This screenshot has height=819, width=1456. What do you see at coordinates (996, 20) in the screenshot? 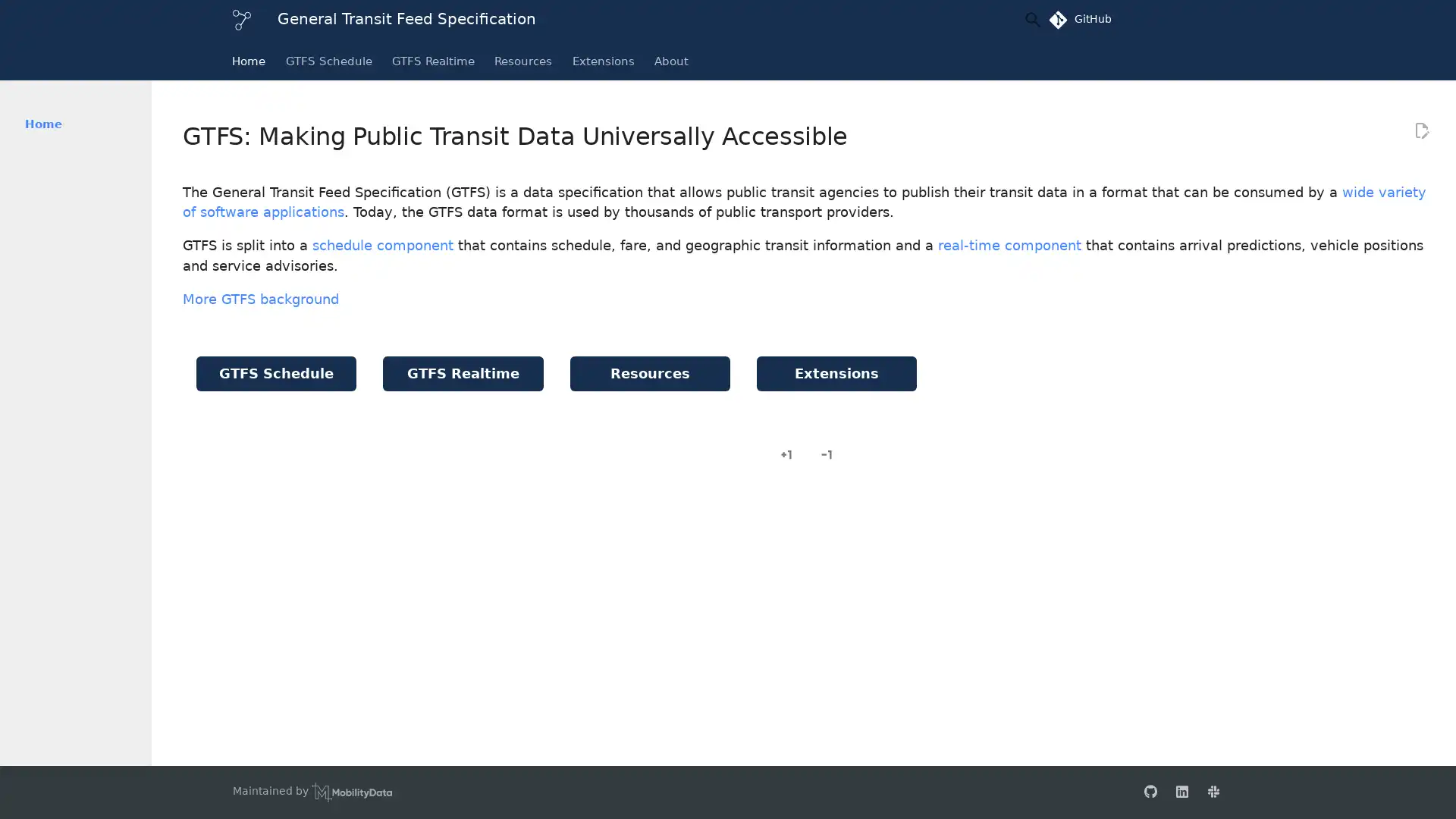
I see `Clear` at bounding box center [996, 20].